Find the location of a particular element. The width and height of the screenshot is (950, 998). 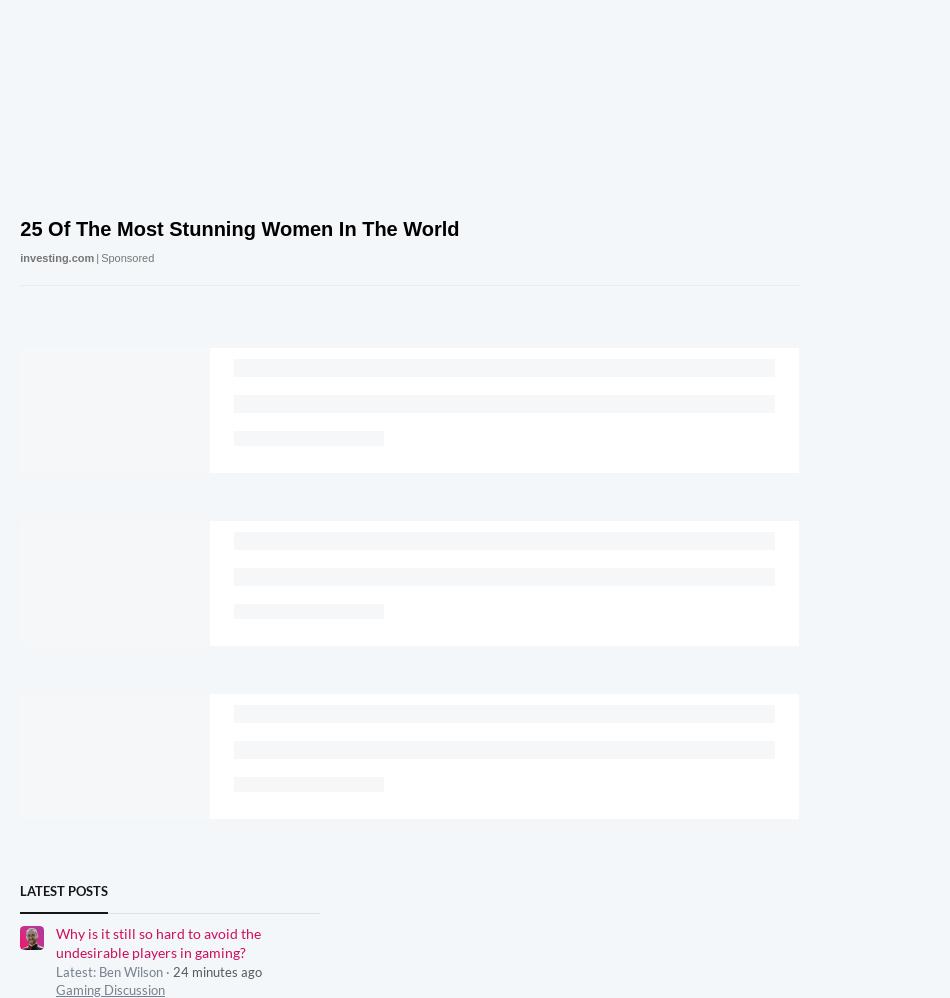

'Windows Central' is located at coordinates (743, 889).